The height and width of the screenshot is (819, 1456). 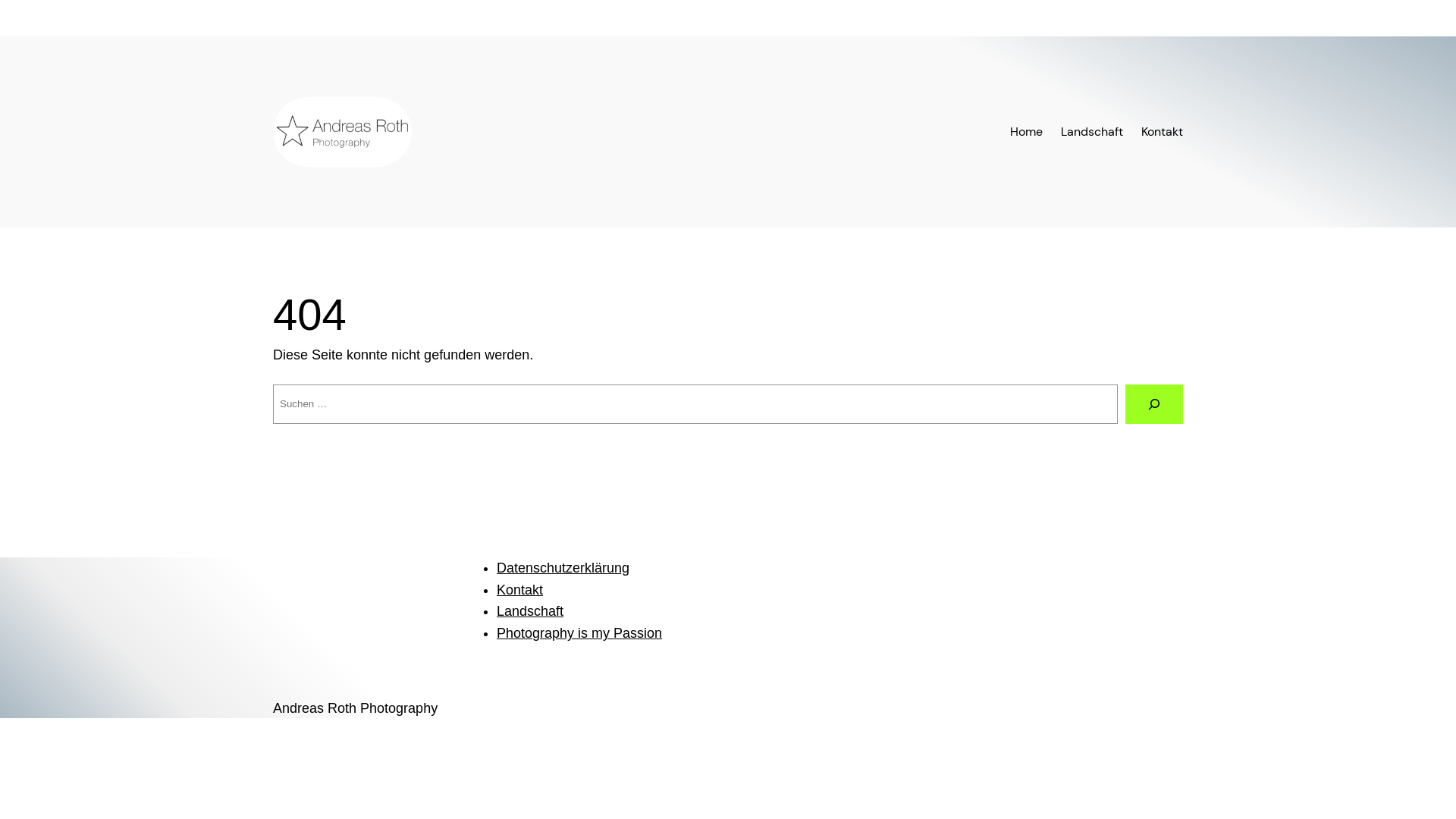 What do you see at coordinates (519, 589) in the screenshot?
I see `'Kontakt'` at bounding box center [519, 589].